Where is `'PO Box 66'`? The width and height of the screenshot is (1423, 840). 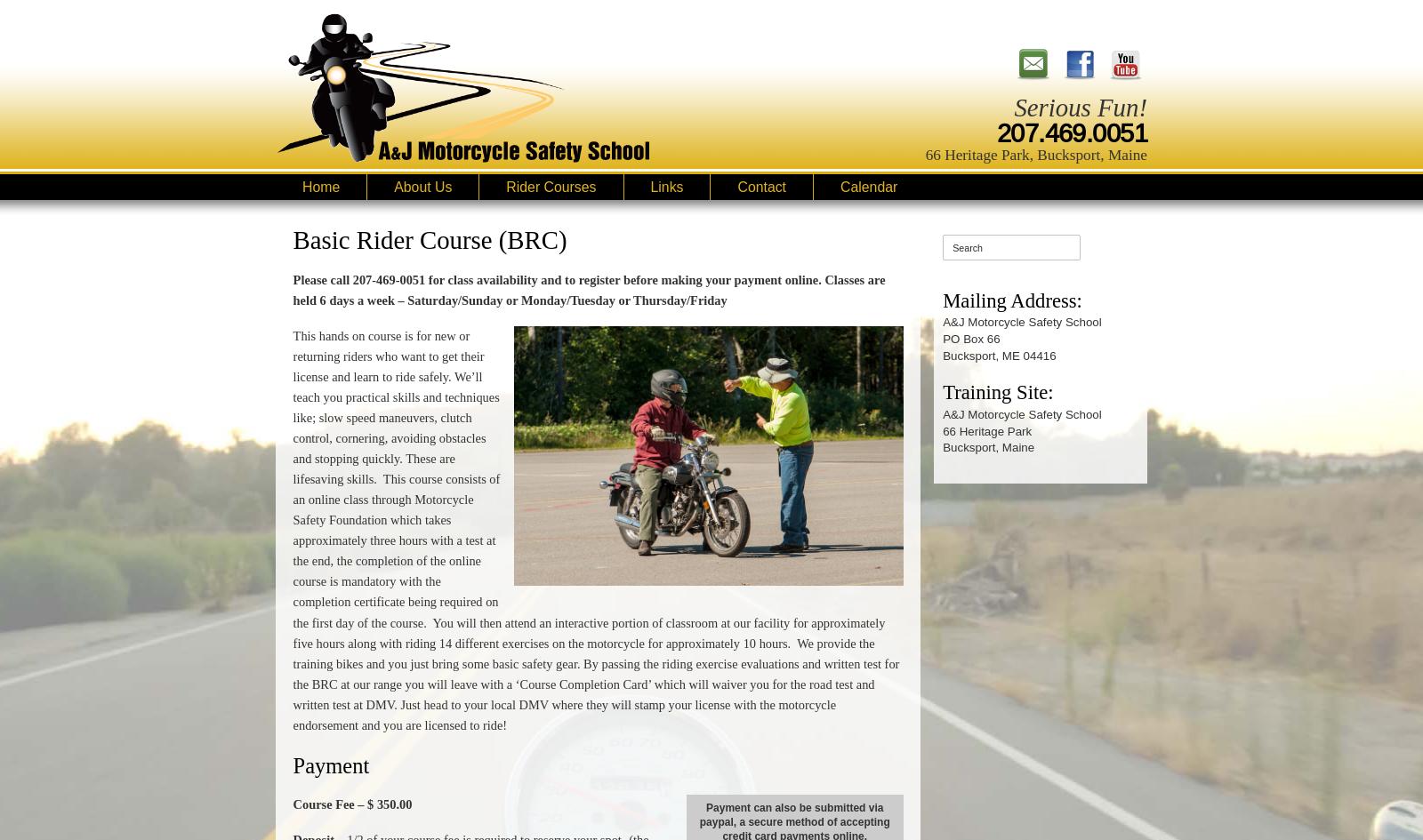 'PO Box 66' is located at coordinates (971, 338).